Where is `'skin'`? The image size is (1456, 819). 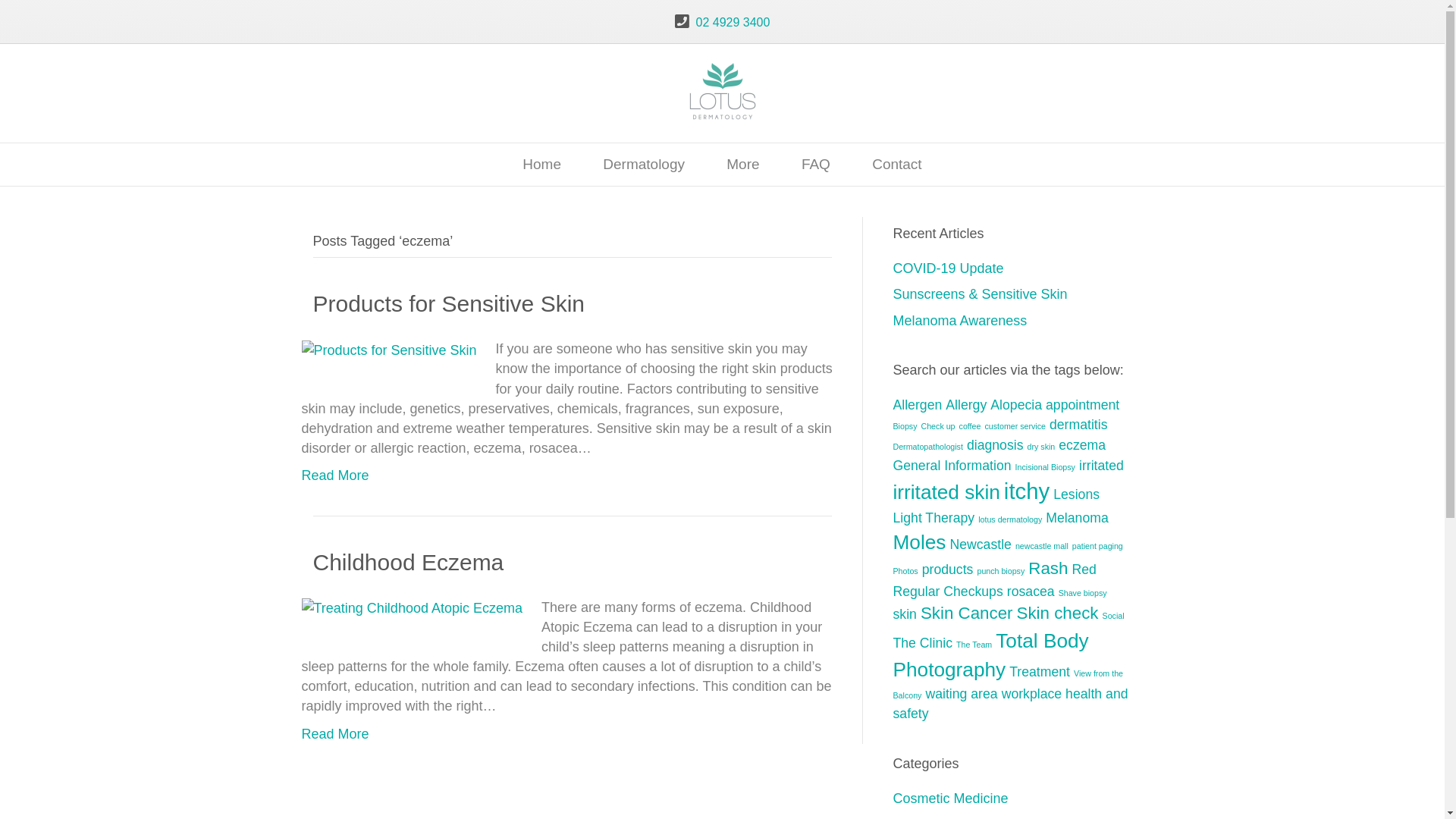 'skin' is located at coordinates (905, 614).